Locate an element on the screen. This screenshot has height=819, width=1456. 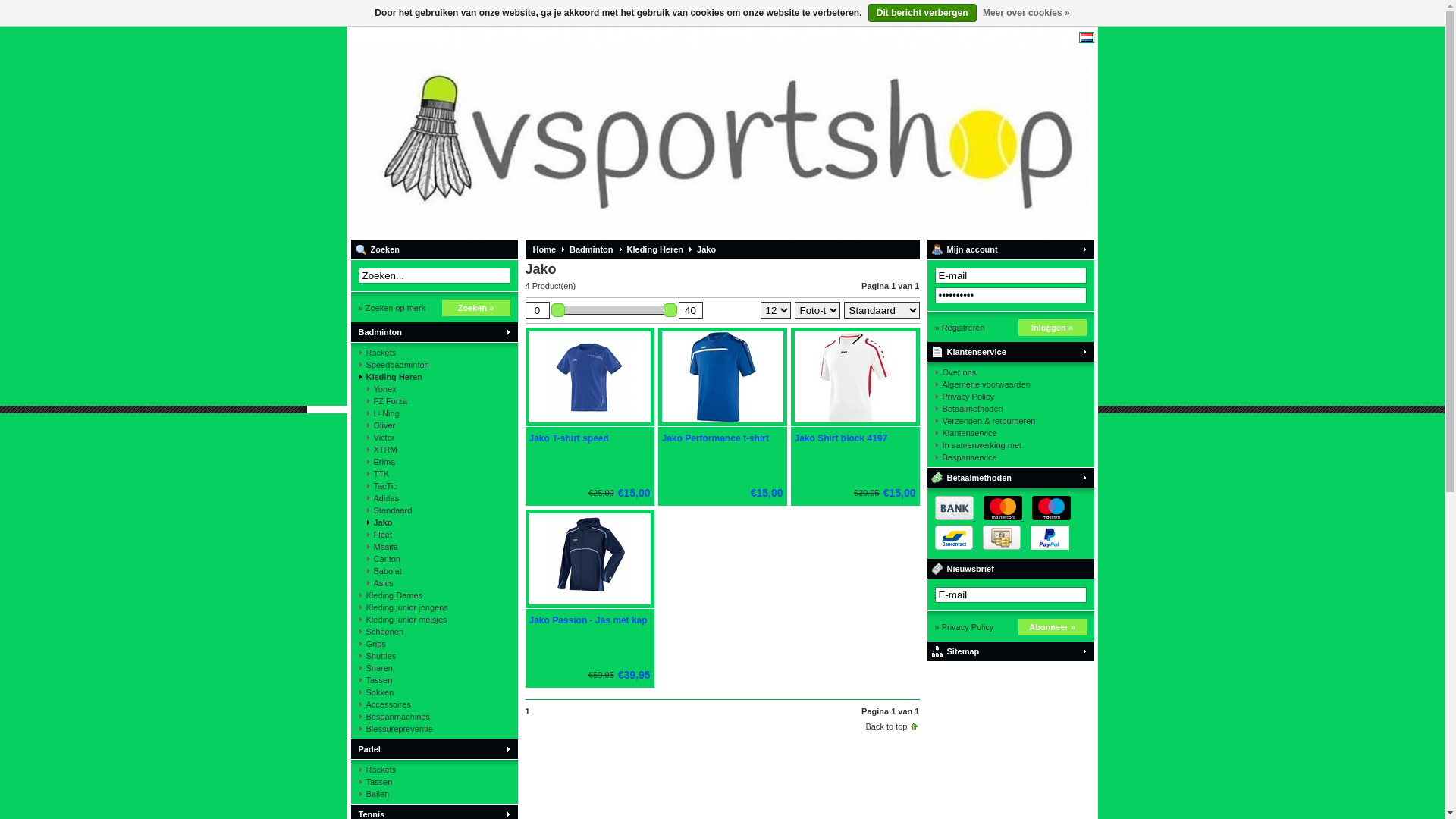
'Algemene voorwaarden' is located at coordinates (1010, 383).